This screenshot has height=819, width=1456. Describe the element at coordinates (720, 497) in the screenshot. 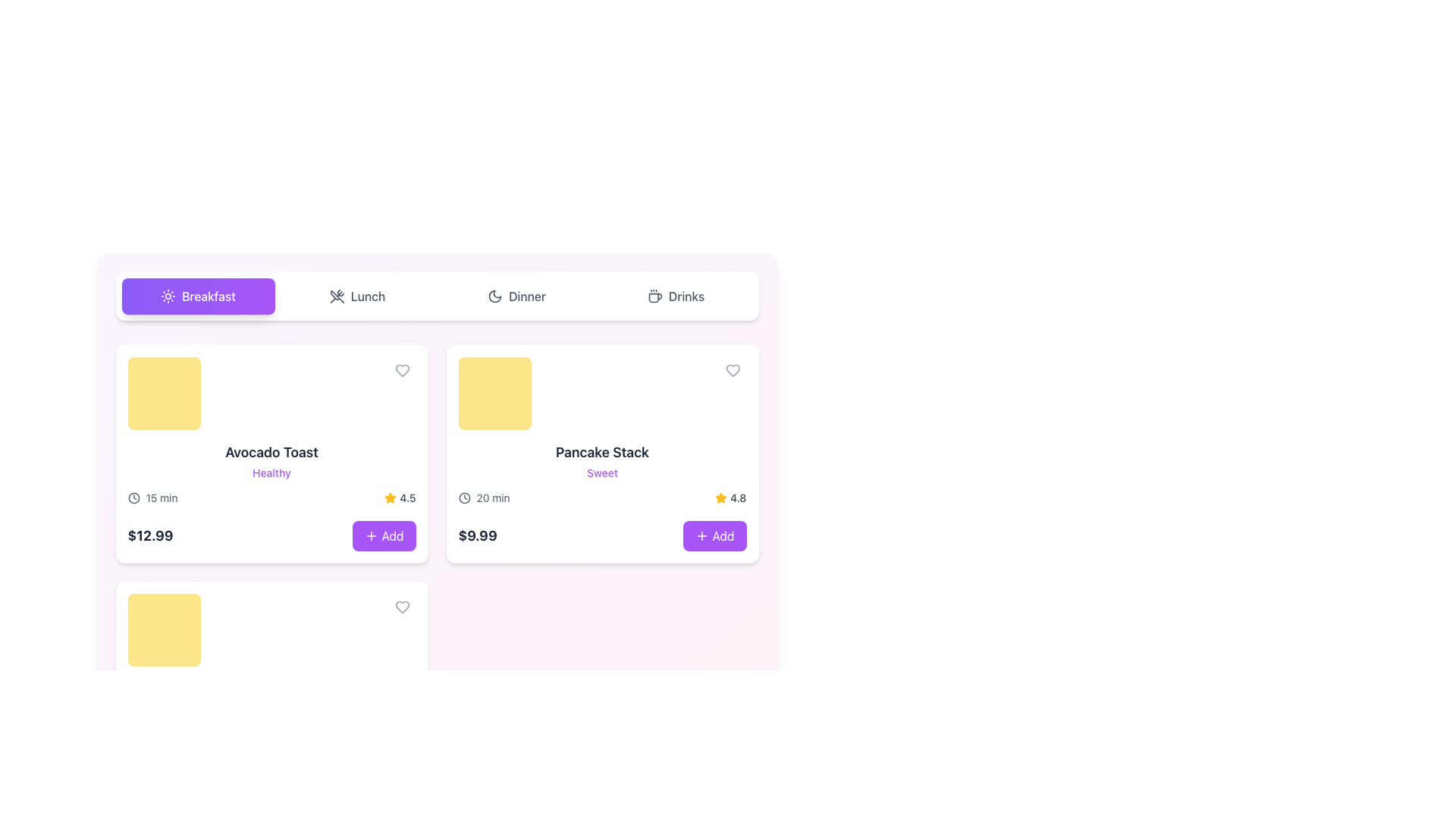

I see `the vibrant yellow star-shaped icon indicating a rating of '4.8' for the 'Pancake Stack' item, located in the bottom-right corner of its card` at that location.